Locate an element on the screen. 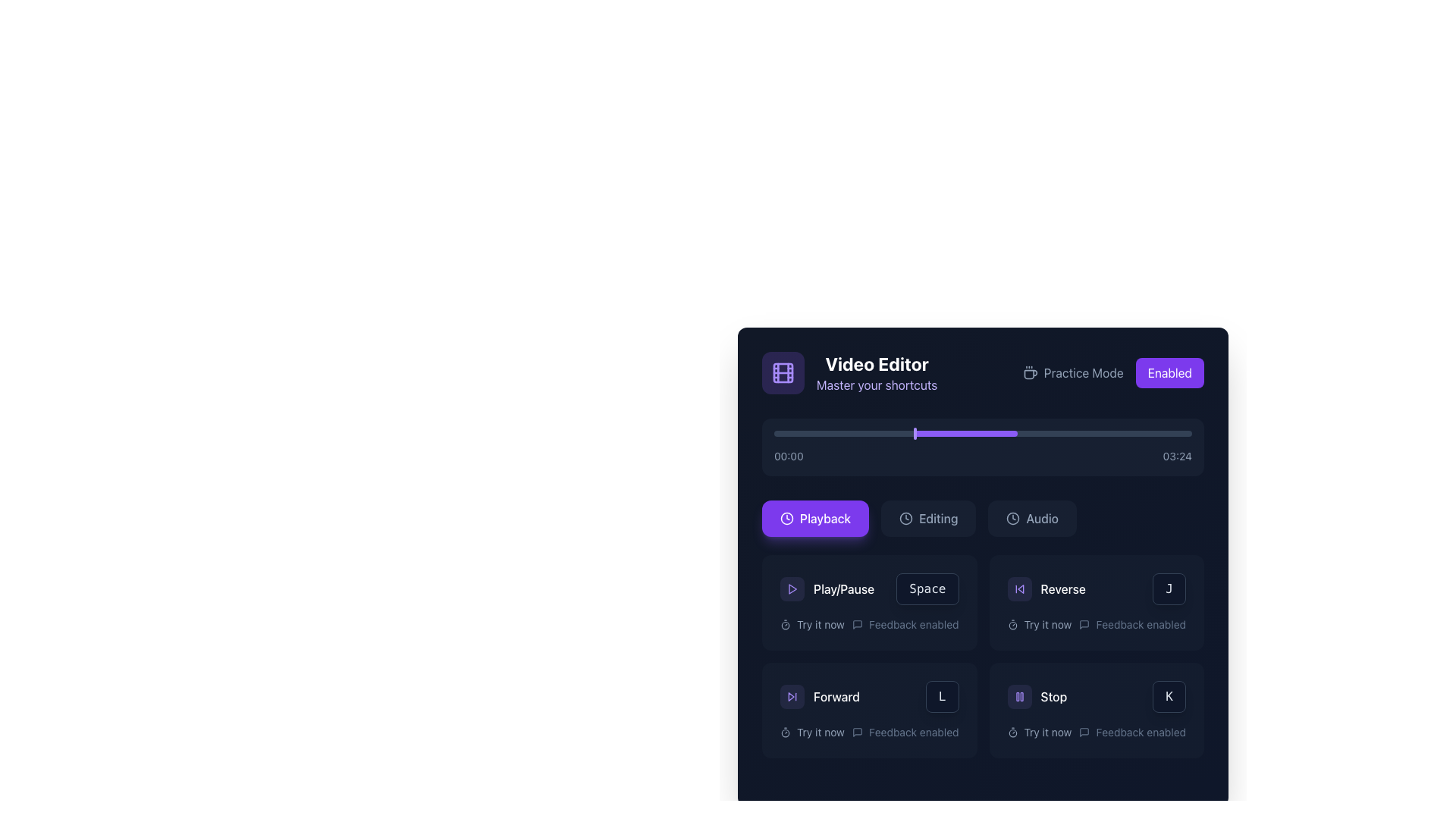  the circular clock icon located to the left of the 'Audio' button, which is positioned at the top-right section of the interface is located at coordinates (1013, 517).